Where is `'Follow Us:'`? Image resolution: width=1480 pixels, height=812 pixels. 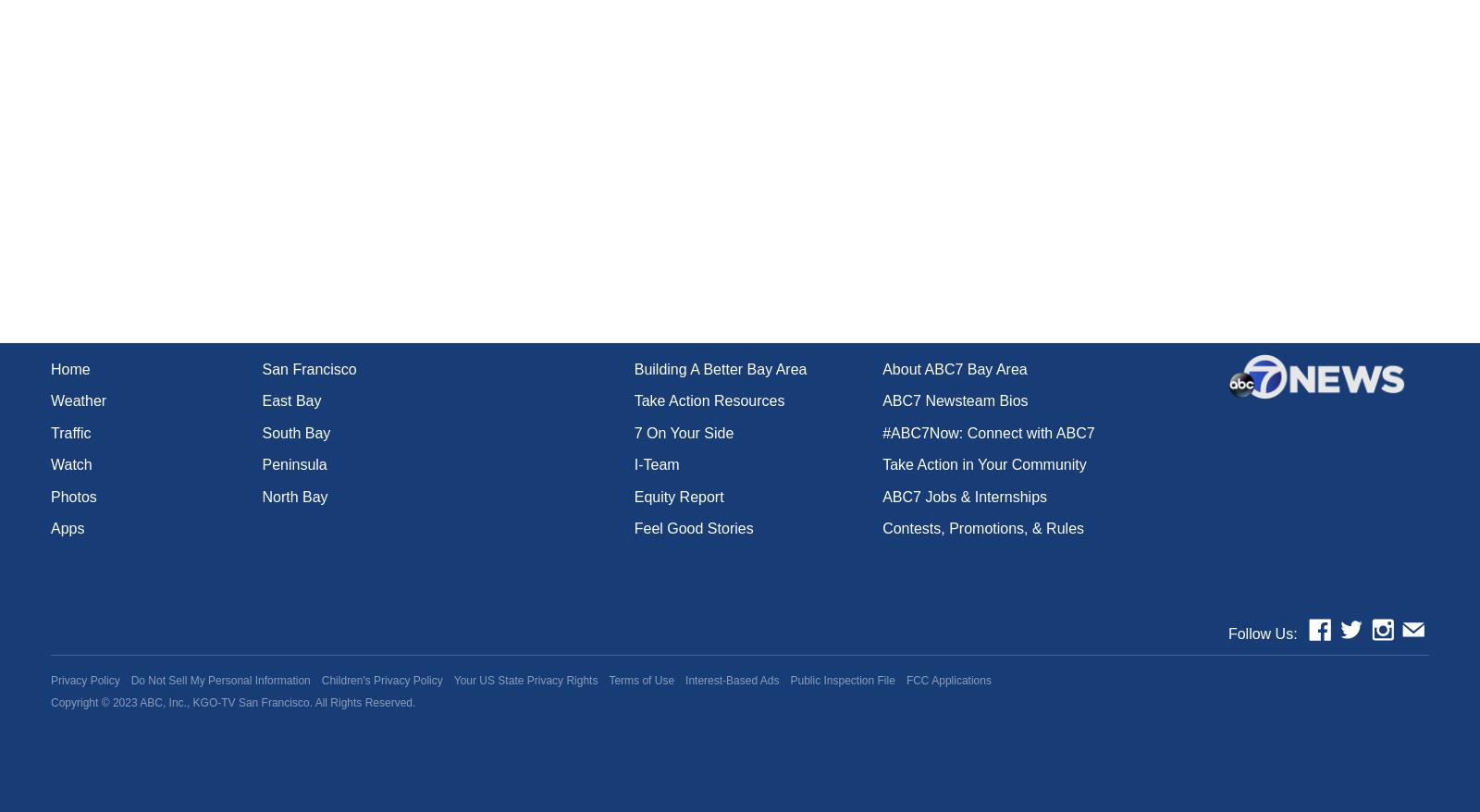 'Follow Us:' is located at coordinates (1261, 633).